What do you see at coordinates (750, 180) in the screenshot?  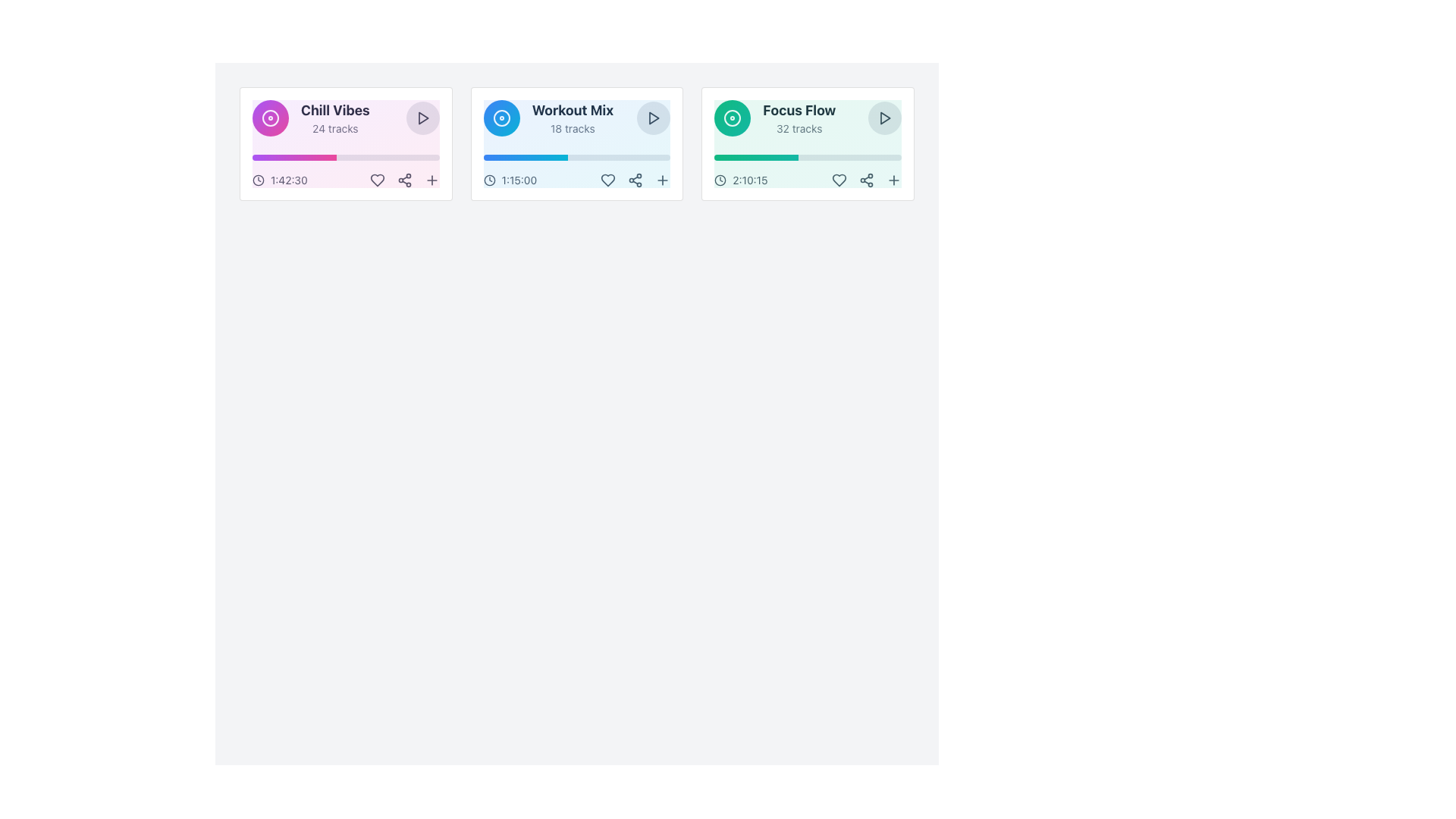 I see `the total duration text indicating '2 hours, 10 minutes, and 15 seconds' of the 'Focus Flow' playlist located in the lower left portion of the 'Focus Flow' card` at bounding box center [750, 180].